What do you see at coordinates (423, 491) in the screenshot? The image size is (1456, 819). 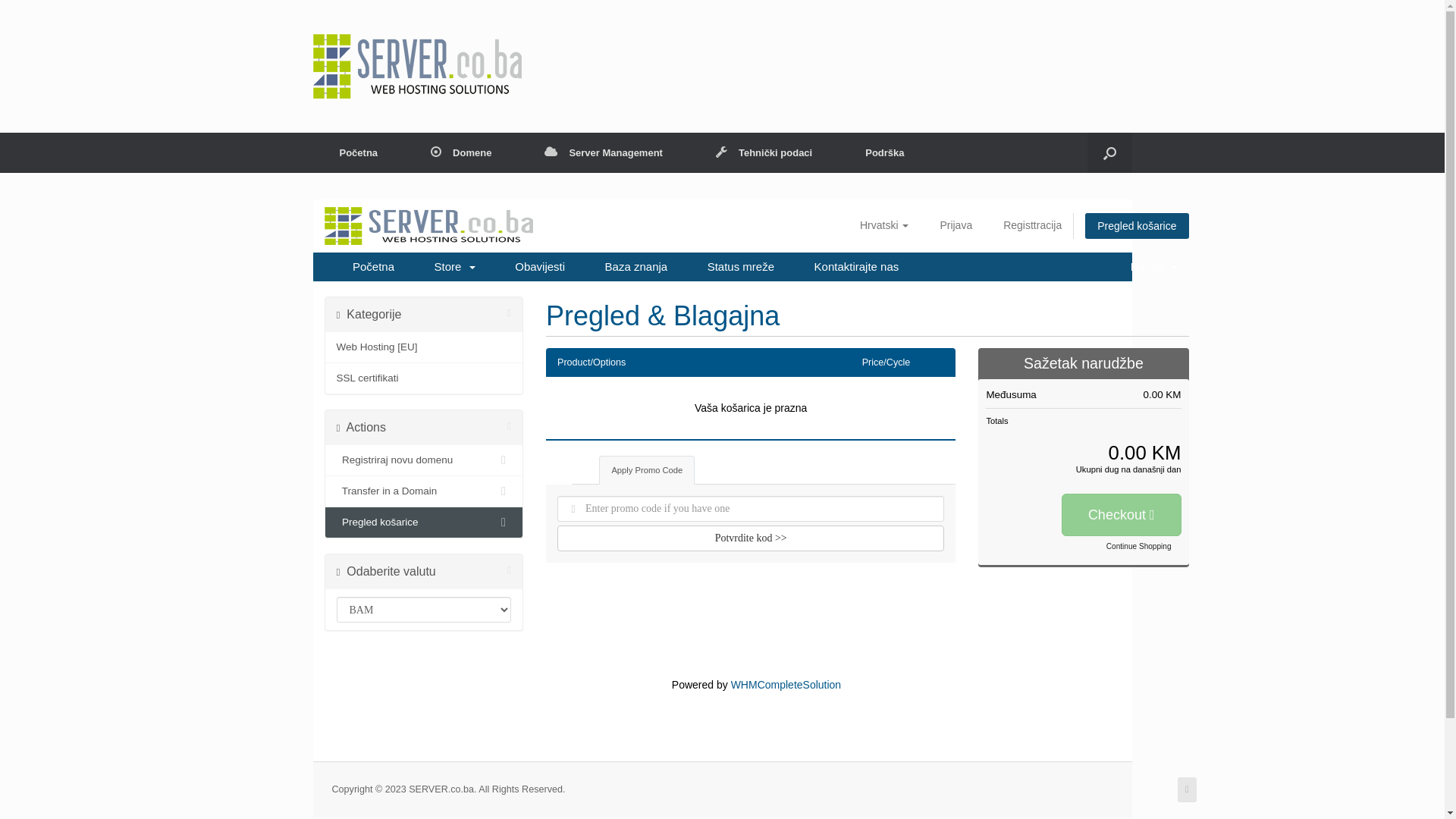 I see `'  Transfer in a Domain'` at bounding box center [423, 491].